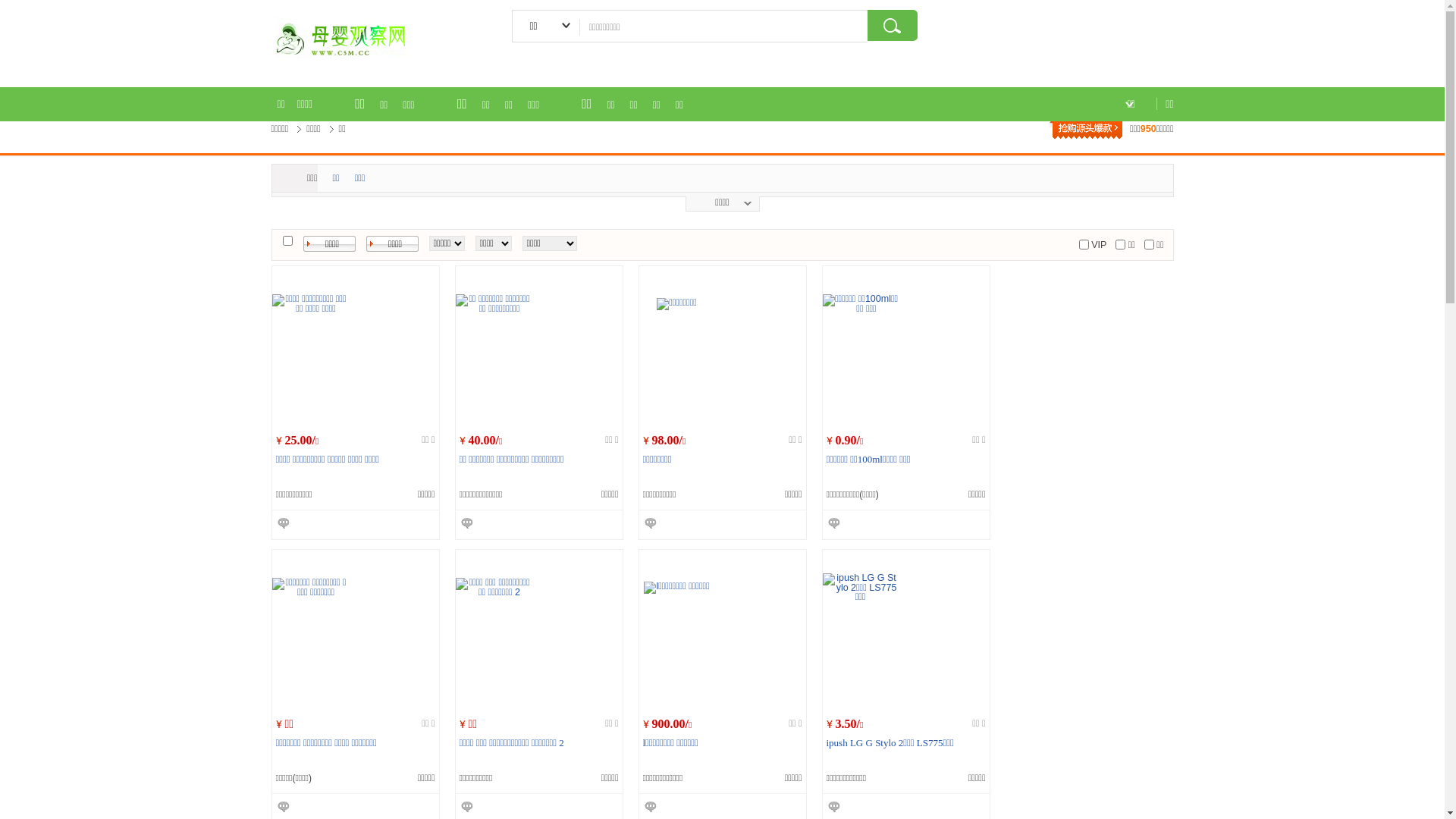  Describe the element at coordinates (1083, 243) in the screenshot. I see `'on'` at that location.